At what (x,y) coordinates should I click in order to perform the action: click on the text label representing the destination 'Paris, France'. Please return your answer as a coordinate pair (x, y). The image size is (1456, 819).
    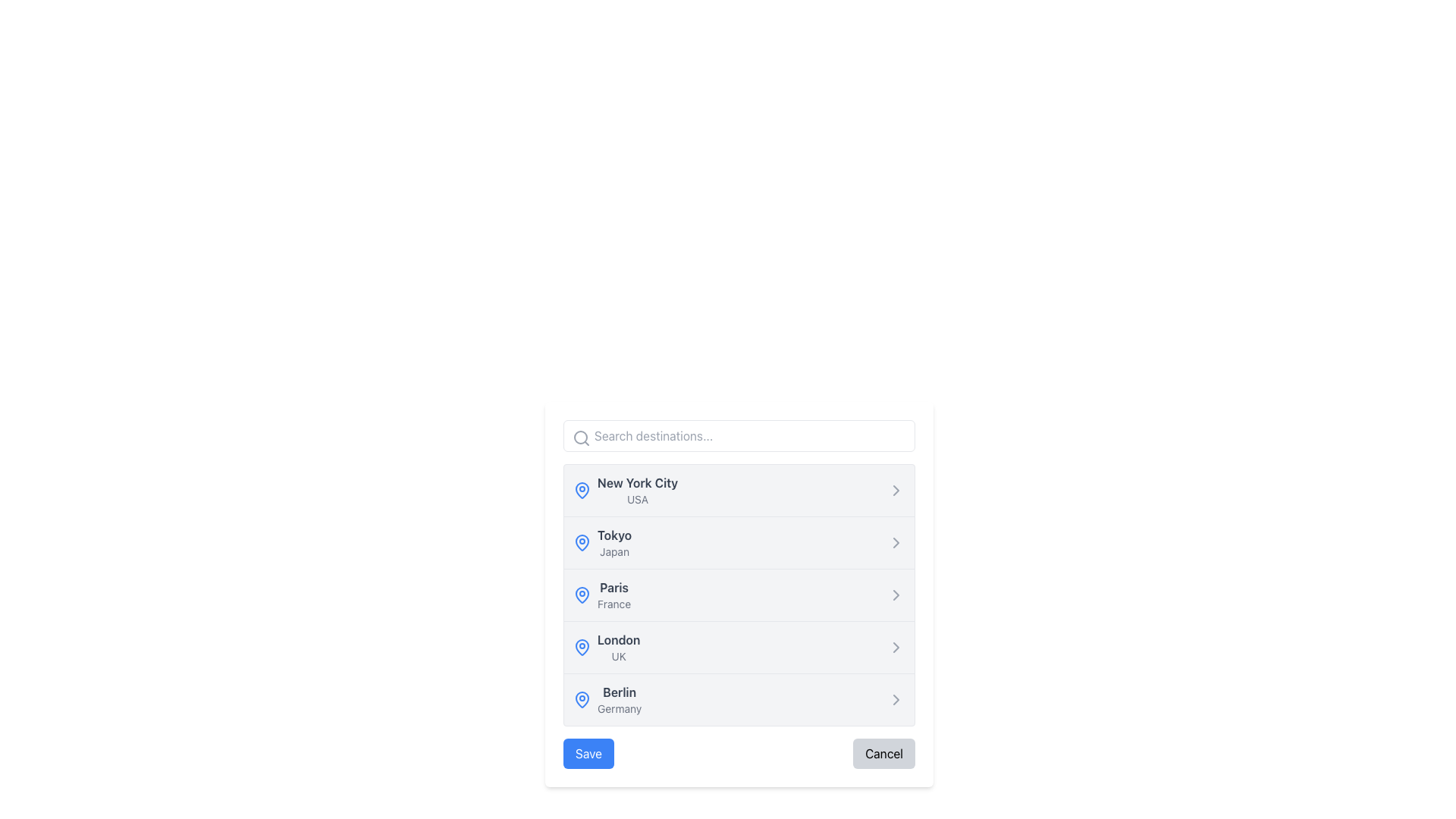
    Looking at the image, I should click on (614, 595).